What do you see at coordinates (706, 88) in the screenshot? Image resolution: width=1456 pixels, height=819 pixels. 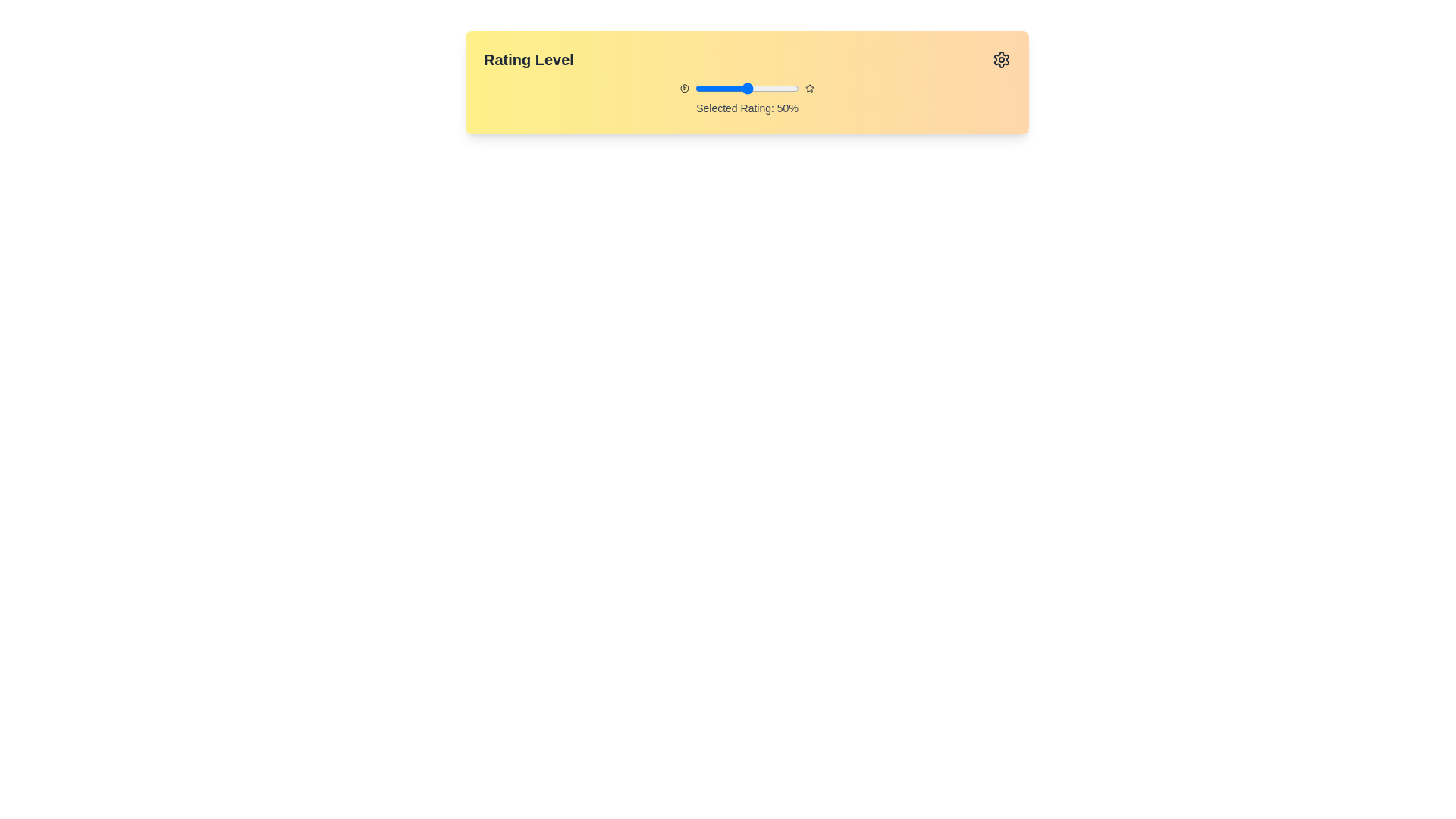 I see `the slider` at bounding box center [706, 88].